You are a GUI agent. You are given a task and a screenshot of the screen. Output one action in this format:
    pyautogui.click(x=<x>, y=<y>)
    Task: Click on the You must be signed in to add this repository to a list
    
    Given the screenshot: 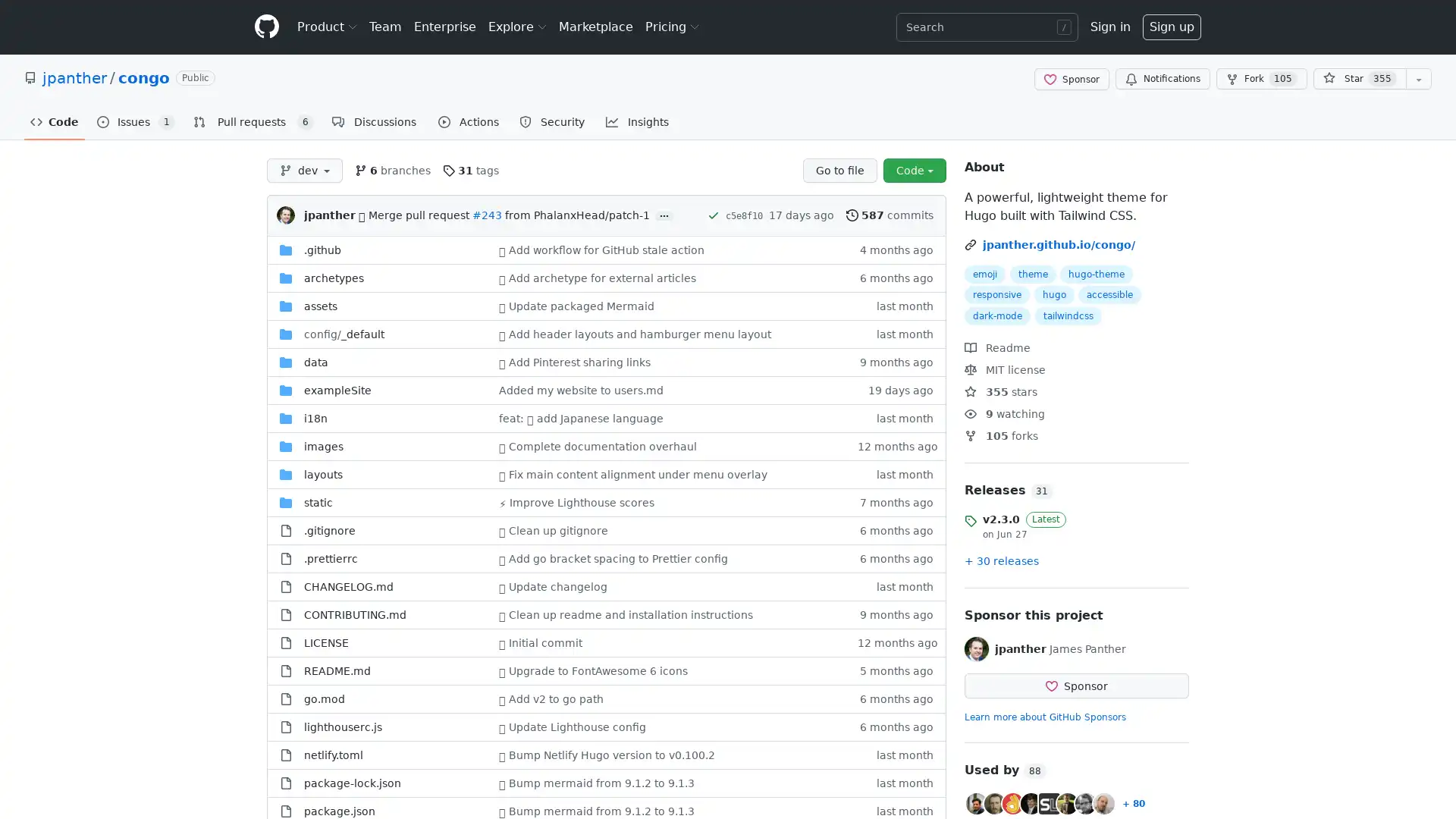 What is the action you would take?
    pyautogui.click(x=1418, y=79)
    